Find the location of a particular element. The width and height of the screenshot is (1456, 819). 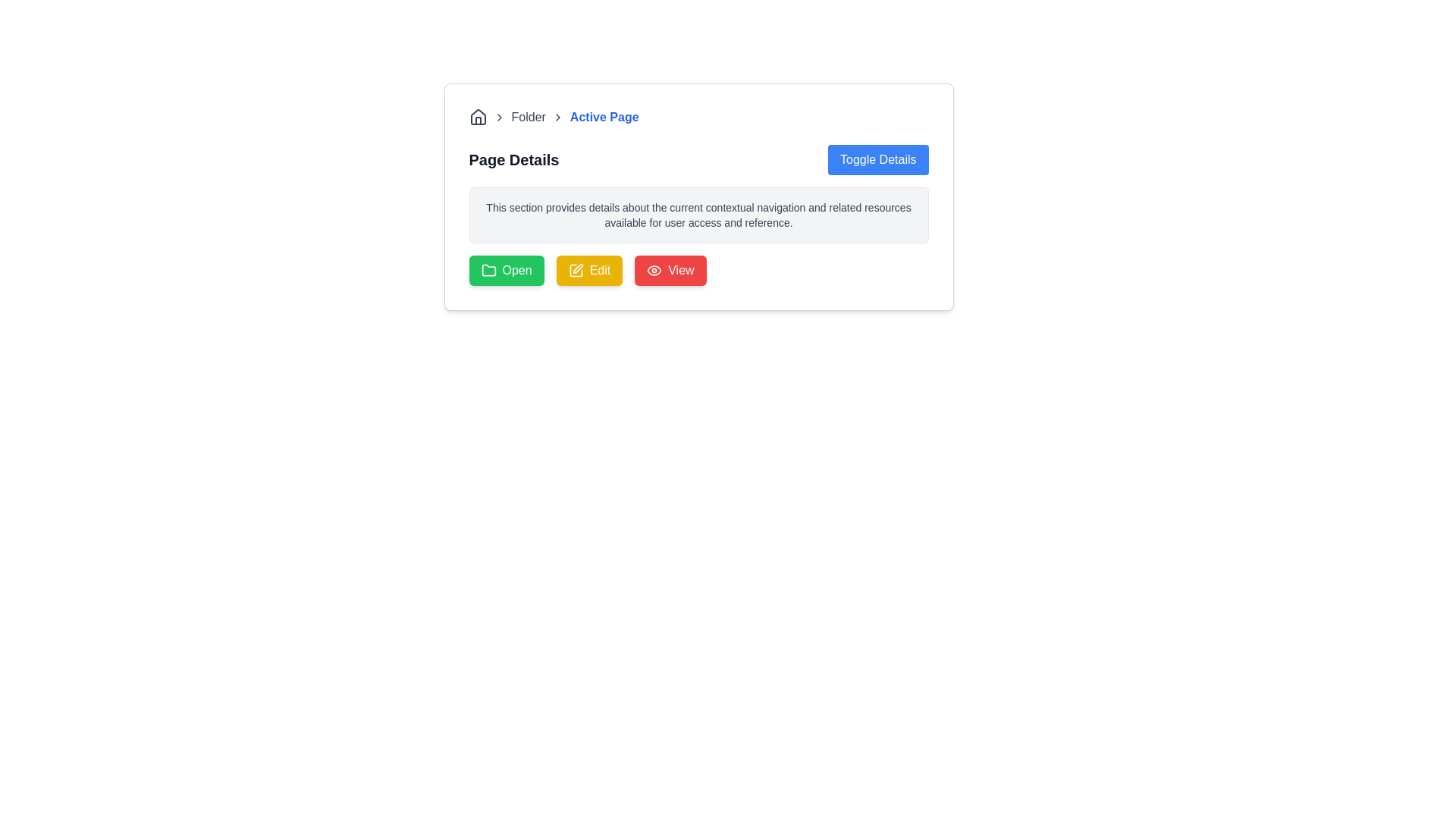

the 'Edit' button, which is the second button in a group of three buttons, to initiate the editing action for the current context or item is located at coordinates (588, 270).